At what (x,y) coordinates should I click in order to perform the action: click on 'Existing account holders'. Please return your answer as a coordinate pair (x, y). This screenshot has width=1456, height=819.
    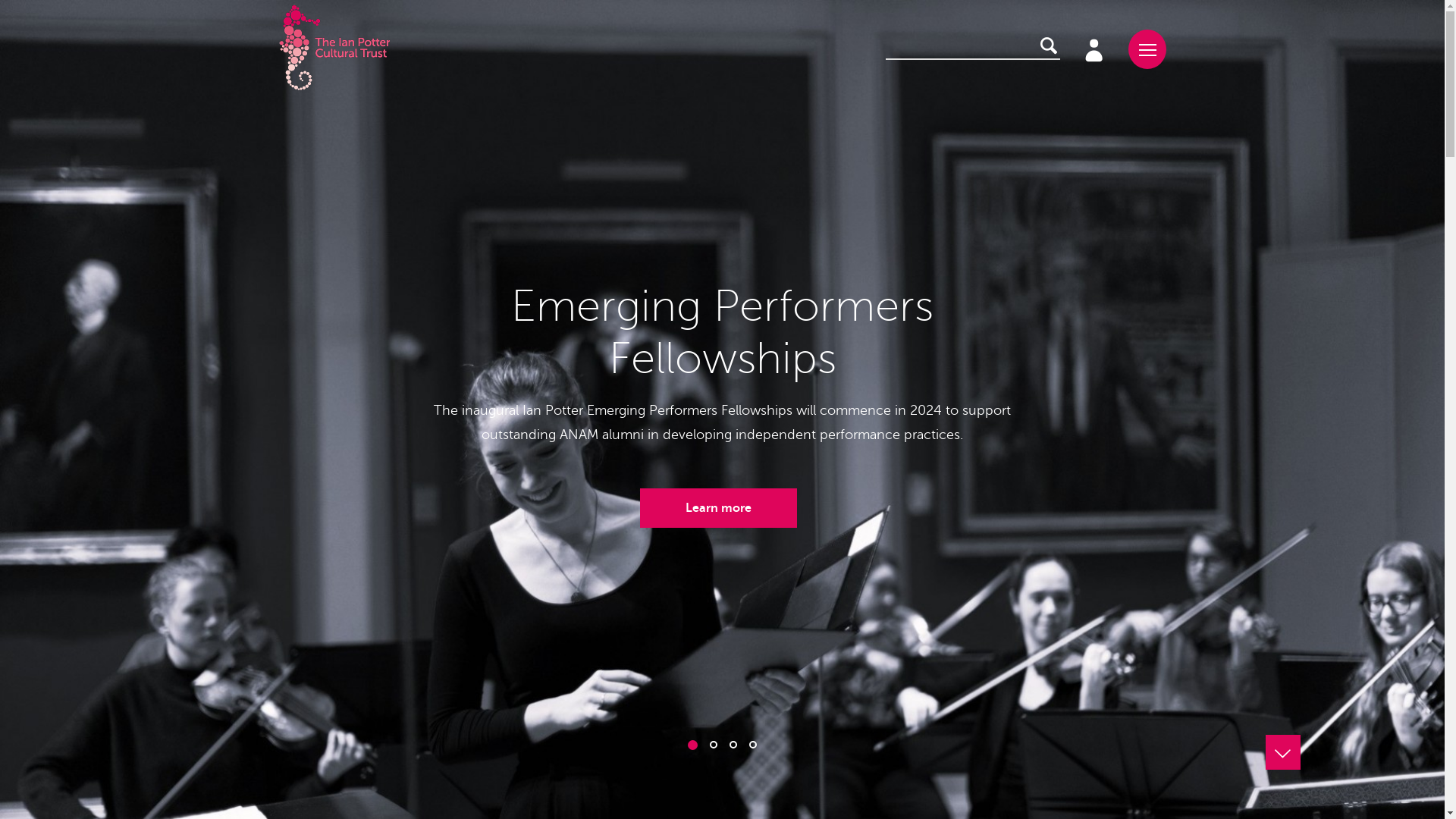
    Looking at the image, I should click on (1092, 48).